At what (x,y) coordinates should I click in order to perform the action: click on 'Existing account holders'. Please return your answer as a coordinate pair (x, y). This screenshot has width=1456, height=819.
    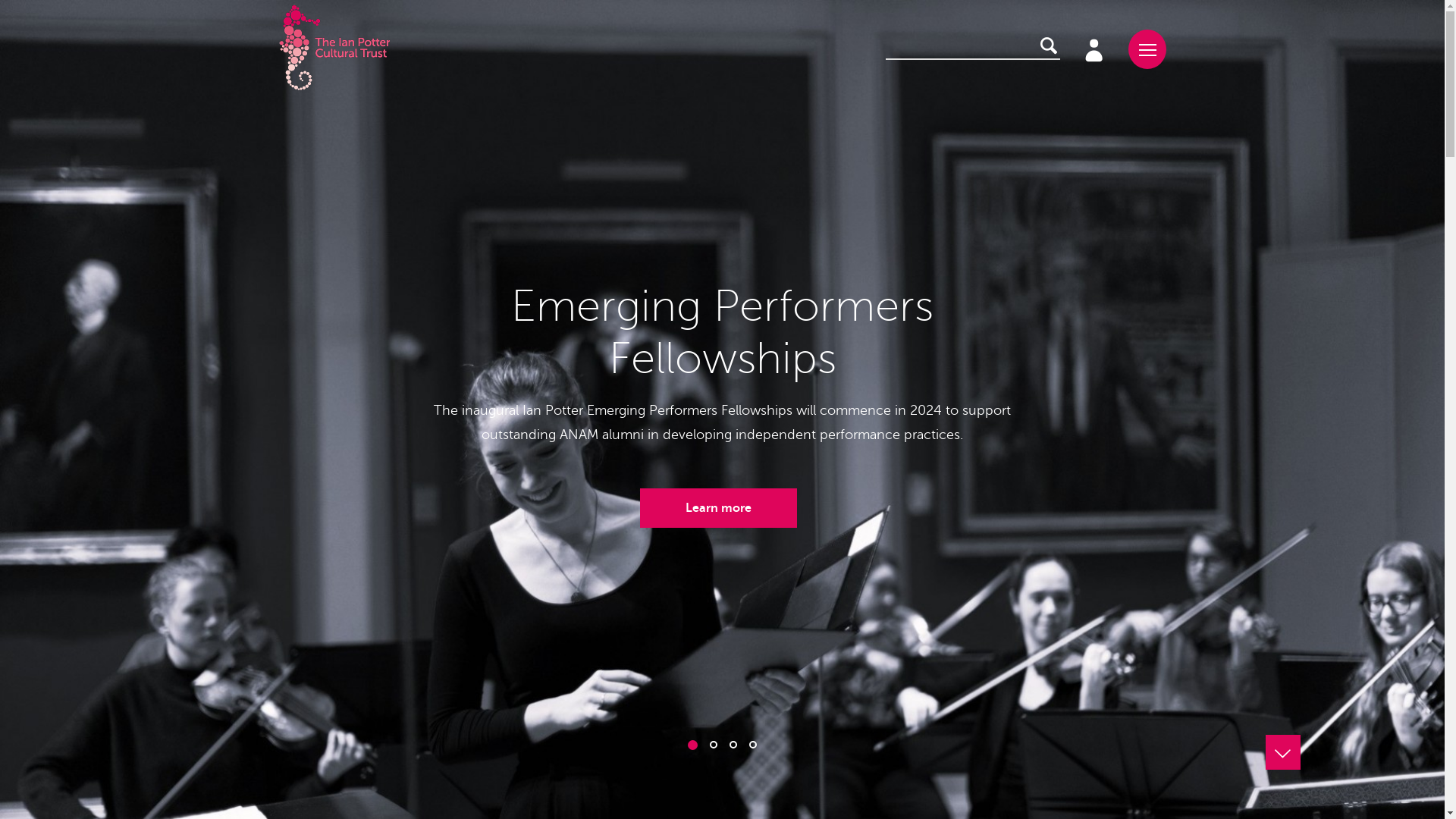
    Looking at the image, I should click on (1092, 48).